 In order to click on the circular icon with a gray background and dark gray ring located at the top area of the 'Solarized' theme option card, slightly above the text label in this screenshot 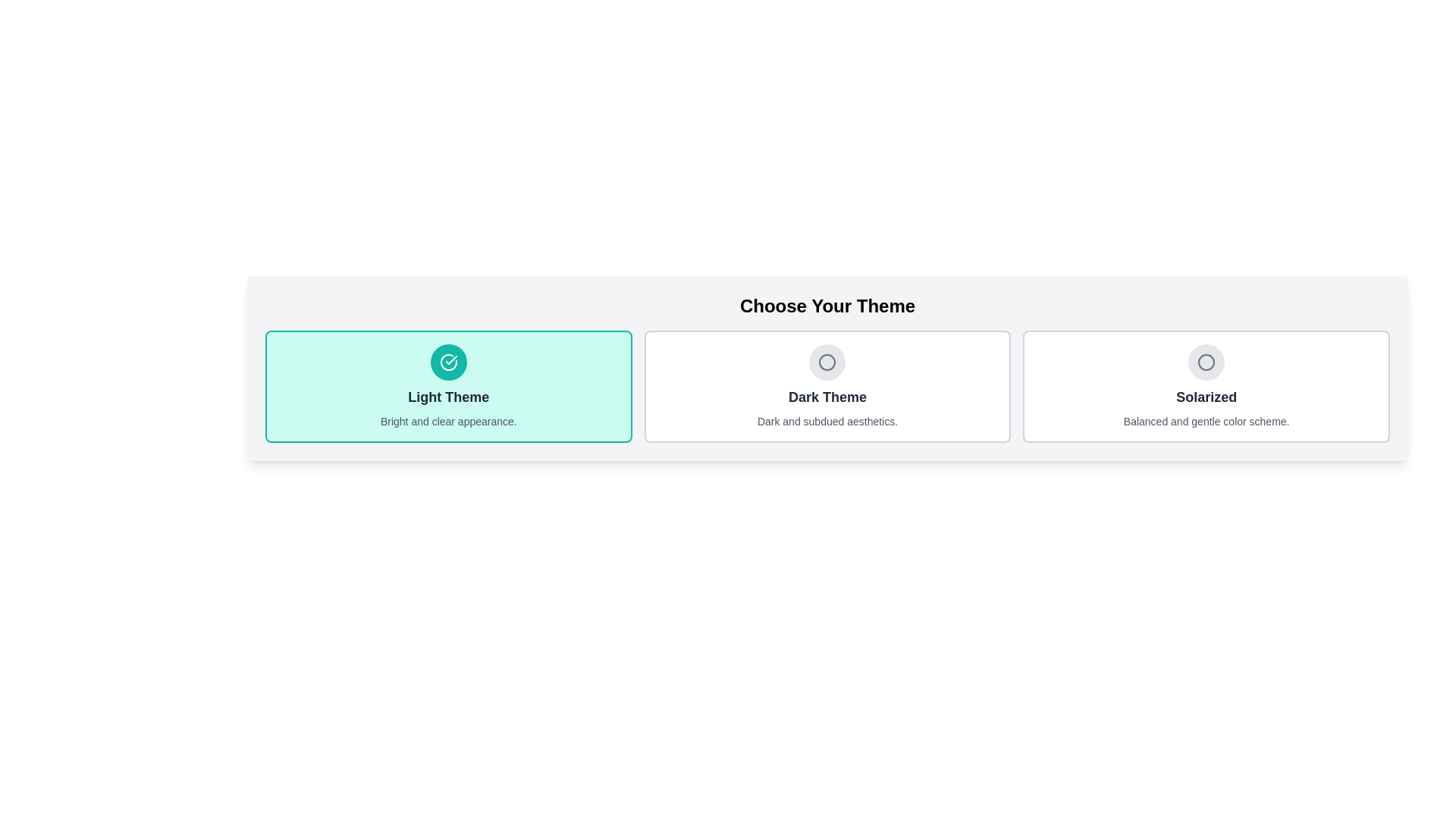, I will do `click(1206, 362)`.